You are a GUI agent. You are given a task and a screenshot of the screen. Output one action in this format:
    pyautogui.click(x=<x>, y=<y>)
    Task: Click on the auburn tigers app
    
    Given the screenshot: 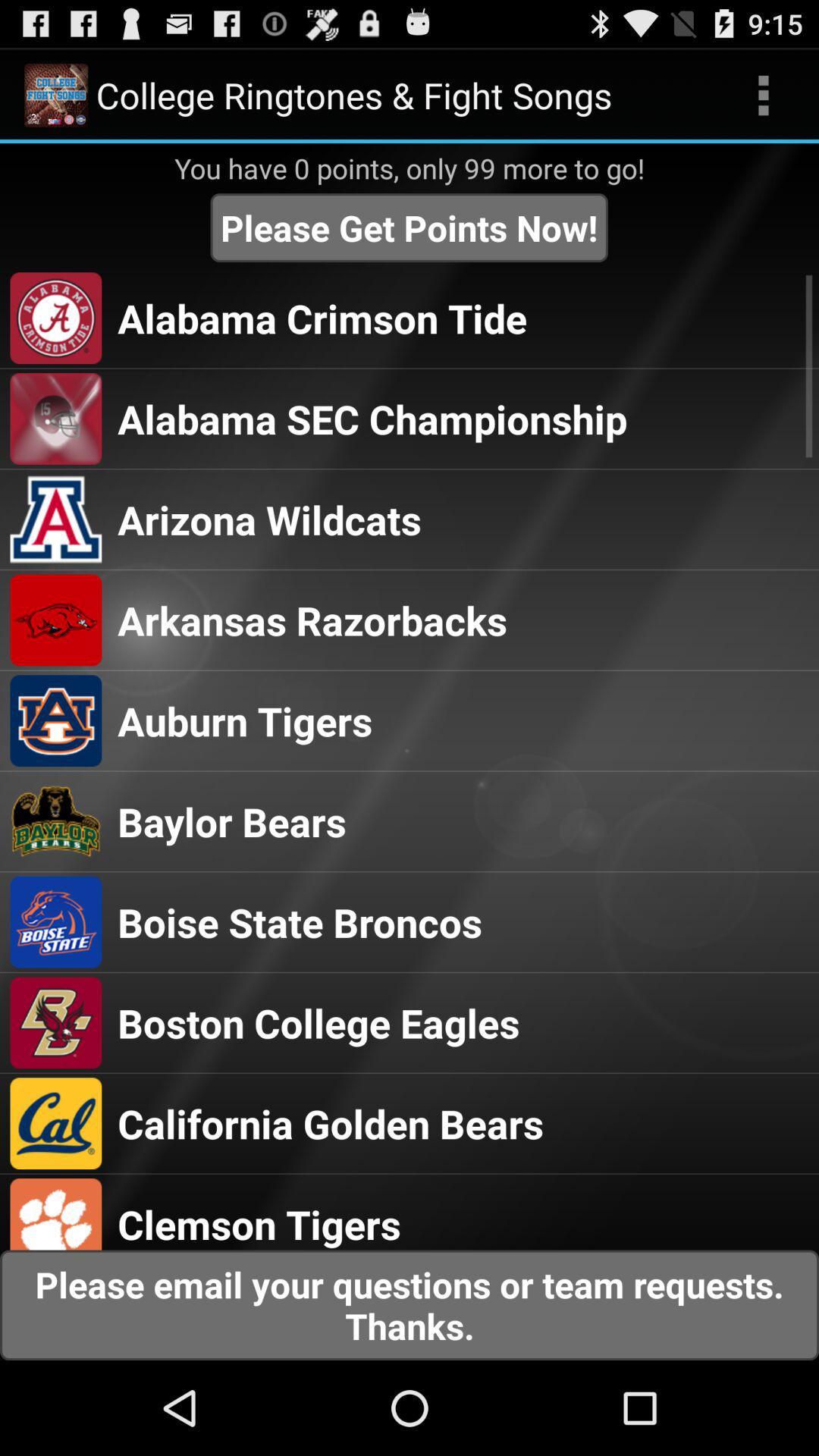 What is the action you would take?
    pyautogui.click(x=244, y=720)
    